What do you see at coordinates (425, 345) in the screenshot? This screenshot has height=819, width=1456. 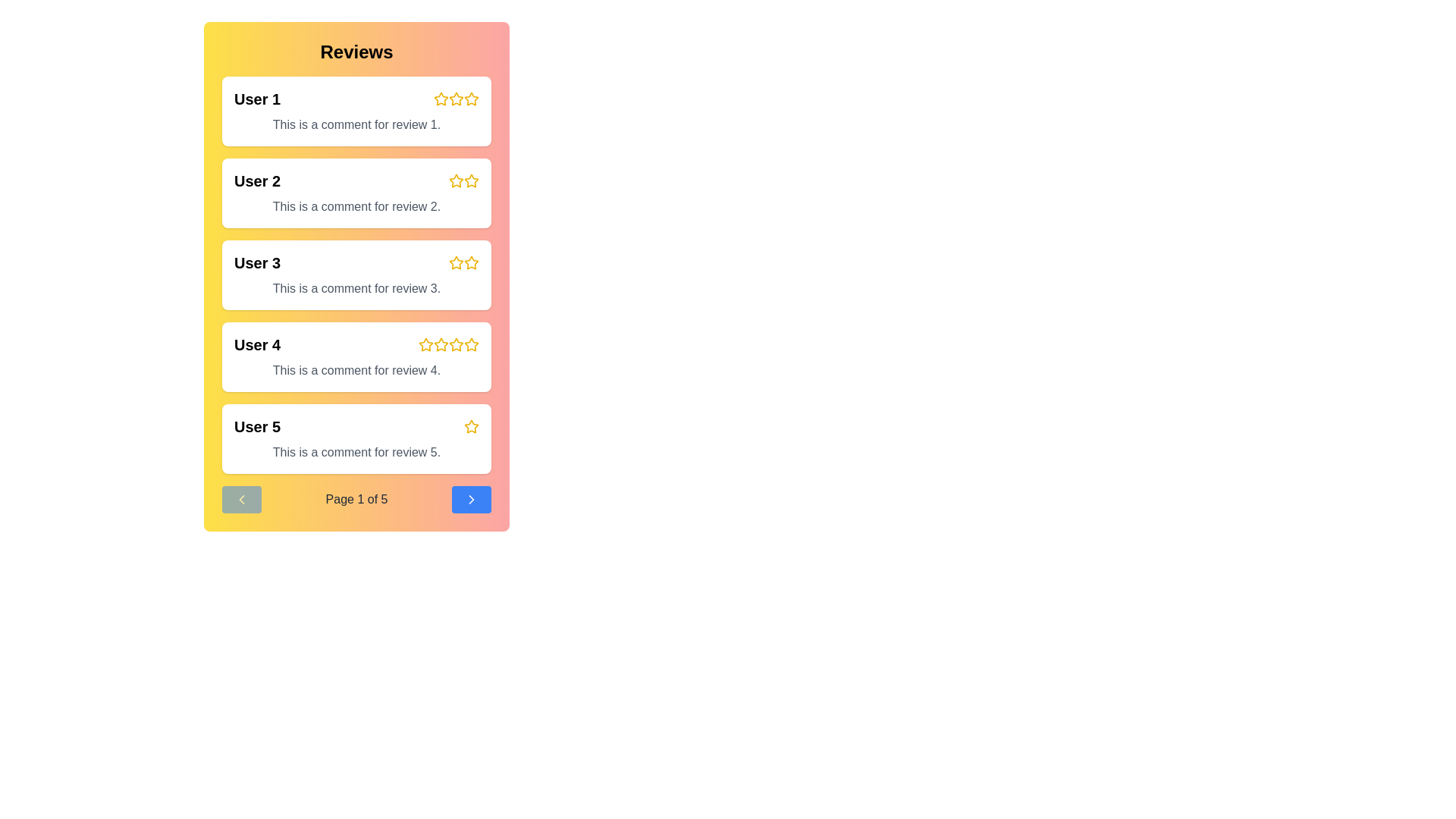 I see `the first five-pointed star rating icon outlined in yellow for 'User 4'` at bounding box center [425, 345].